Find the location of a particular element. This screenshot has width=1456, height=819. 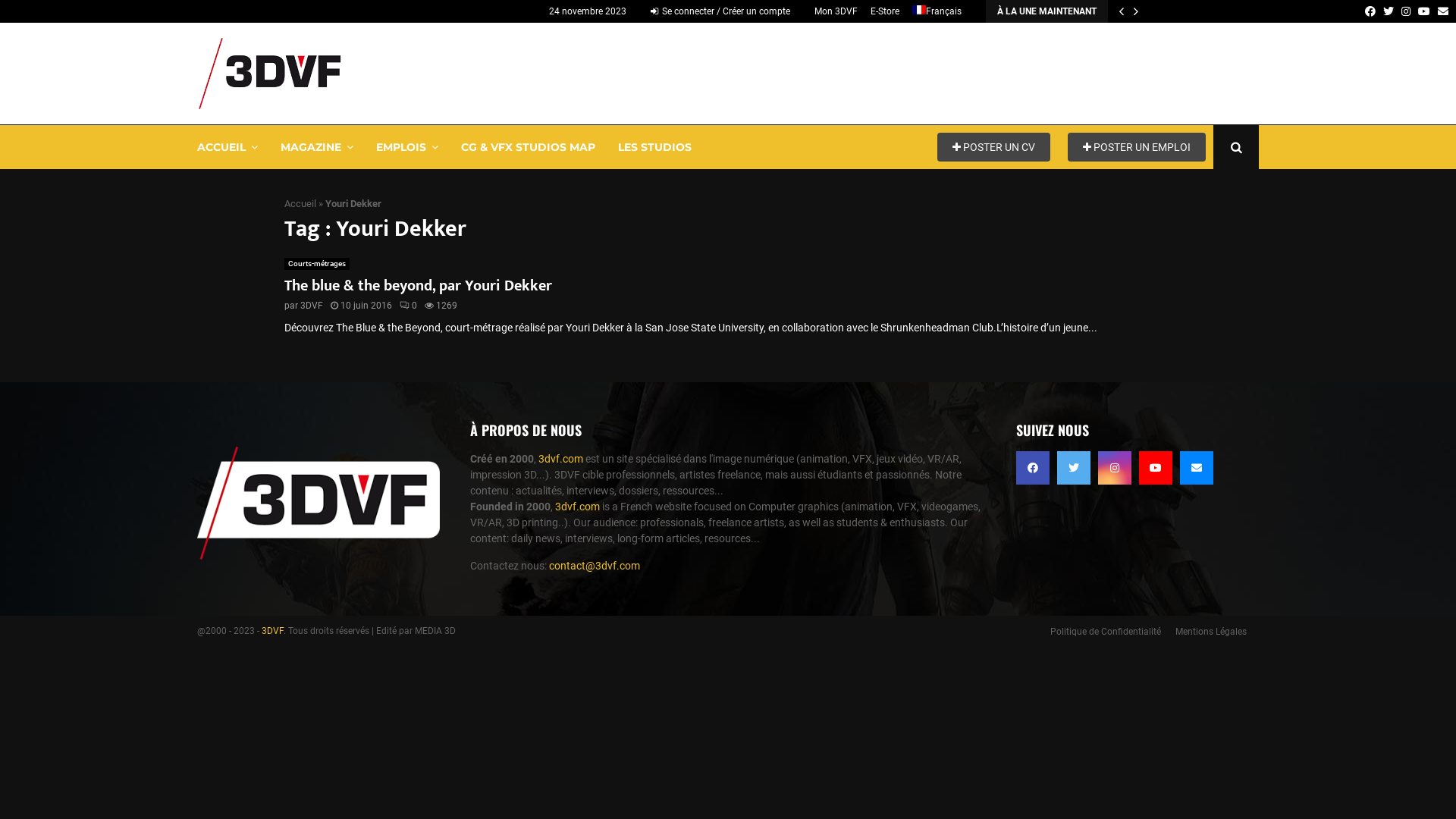

'MAGAZINE' is located at coordinates (315, 146).